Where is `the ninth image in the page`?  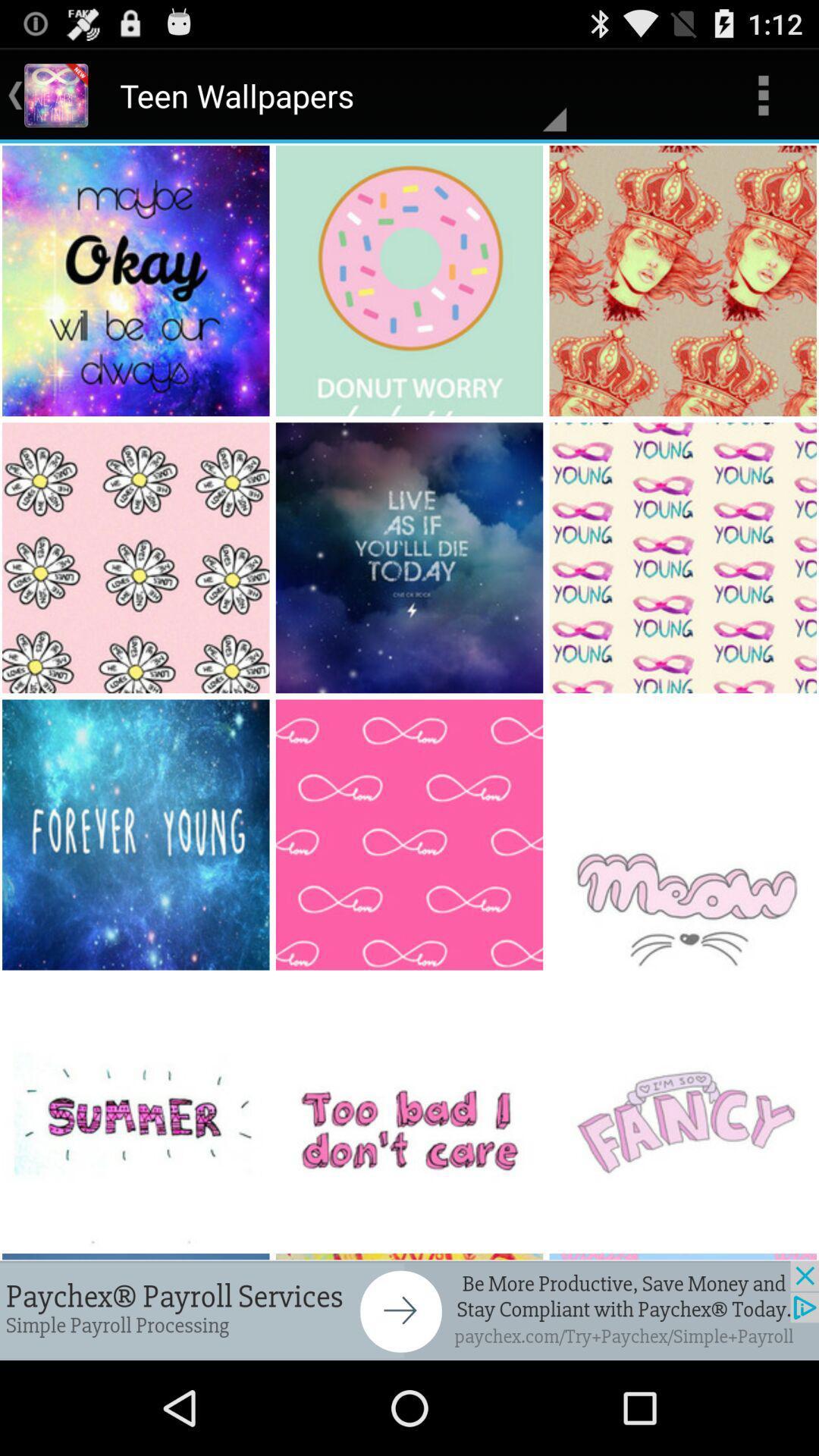 the ninth image in the page is located at coordinates (684, 834).